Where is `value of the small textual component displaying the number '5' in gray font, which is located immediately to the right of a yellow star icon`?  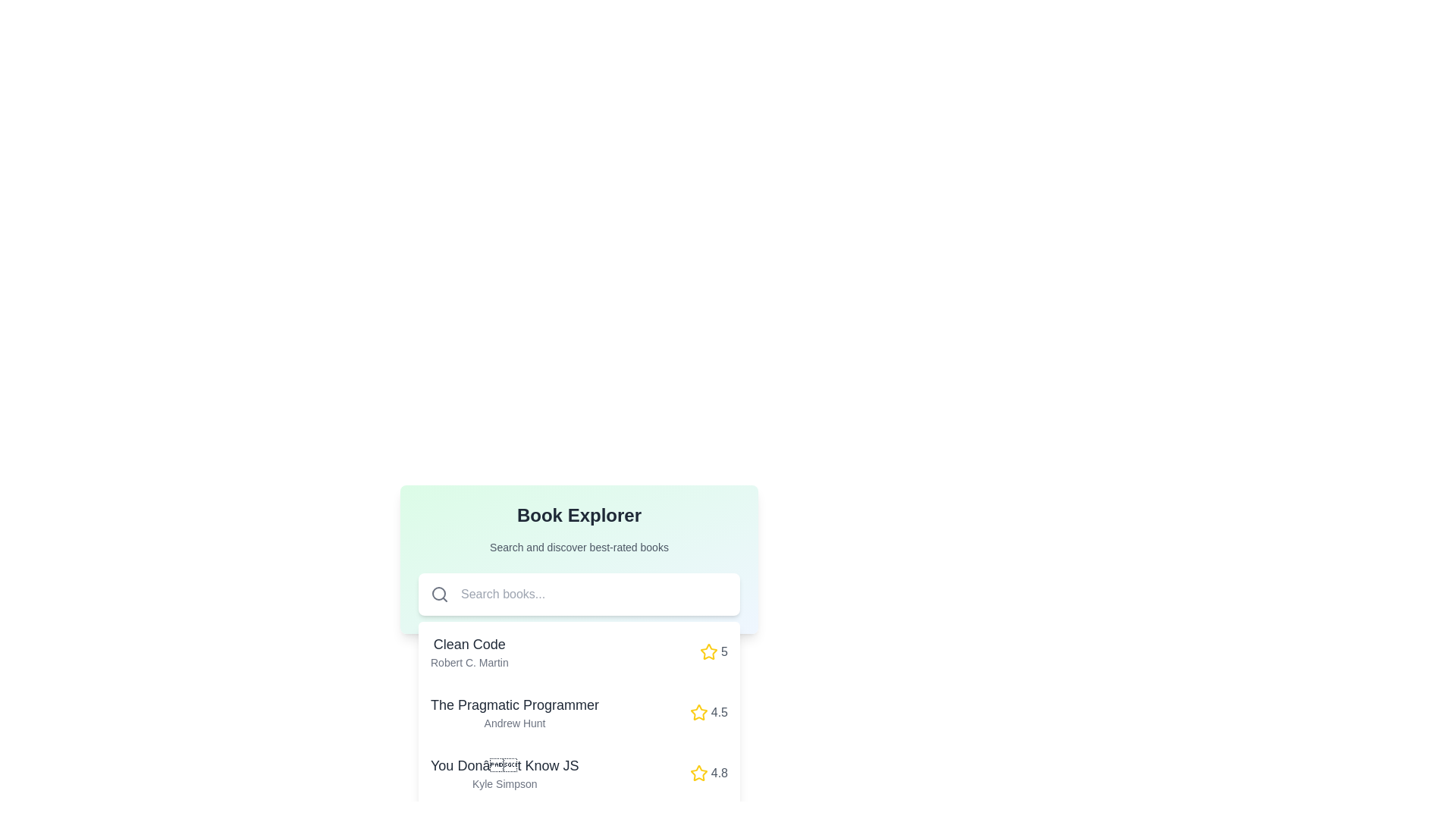
value of the small textual component displaying the number '5' in gray font, which is located immediately to the right of a yellow star icon is located at coordinates (723, 651).